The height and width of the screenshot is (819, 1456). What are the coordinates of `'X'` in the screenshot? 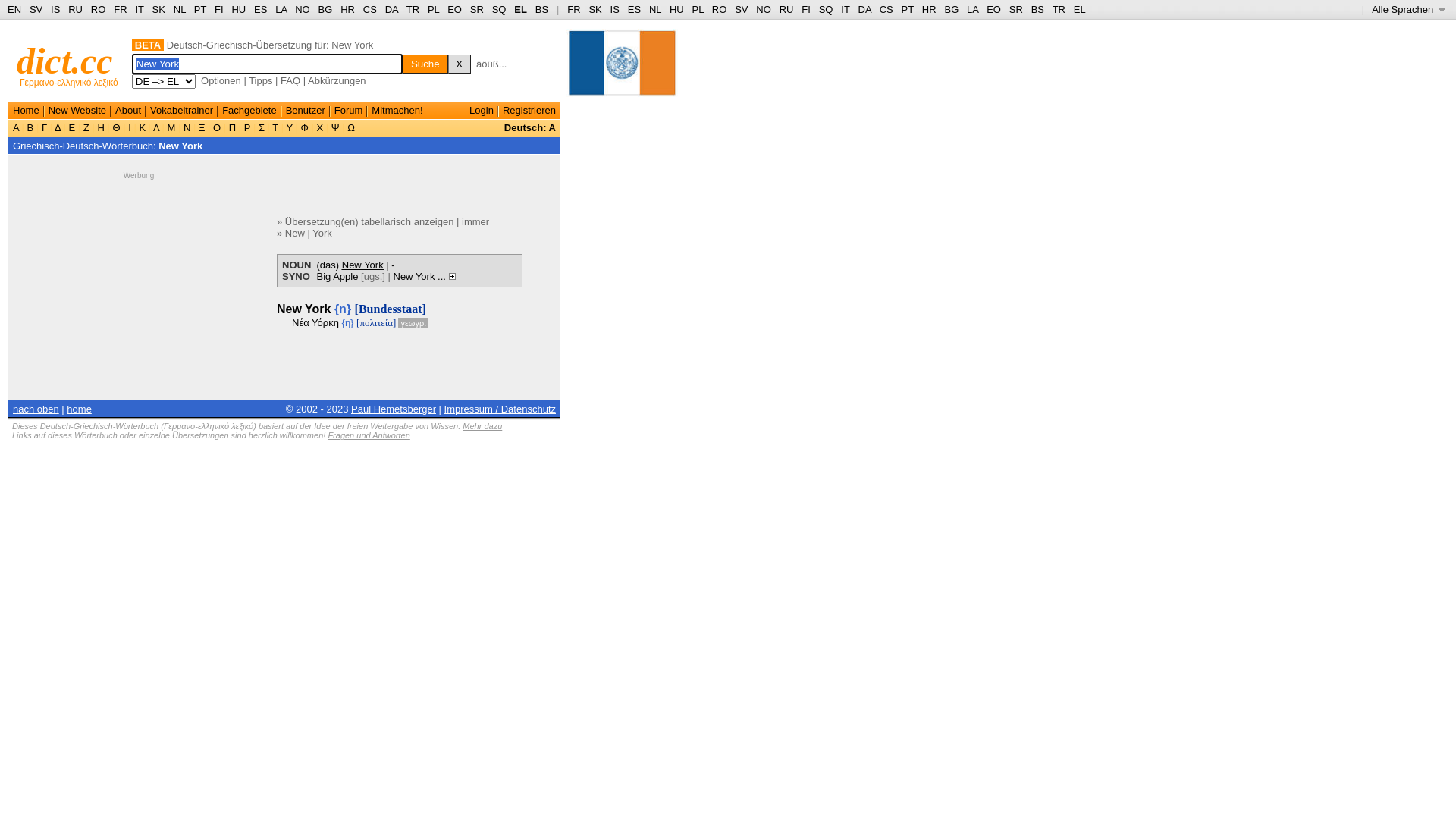 It's located at (447, 63).